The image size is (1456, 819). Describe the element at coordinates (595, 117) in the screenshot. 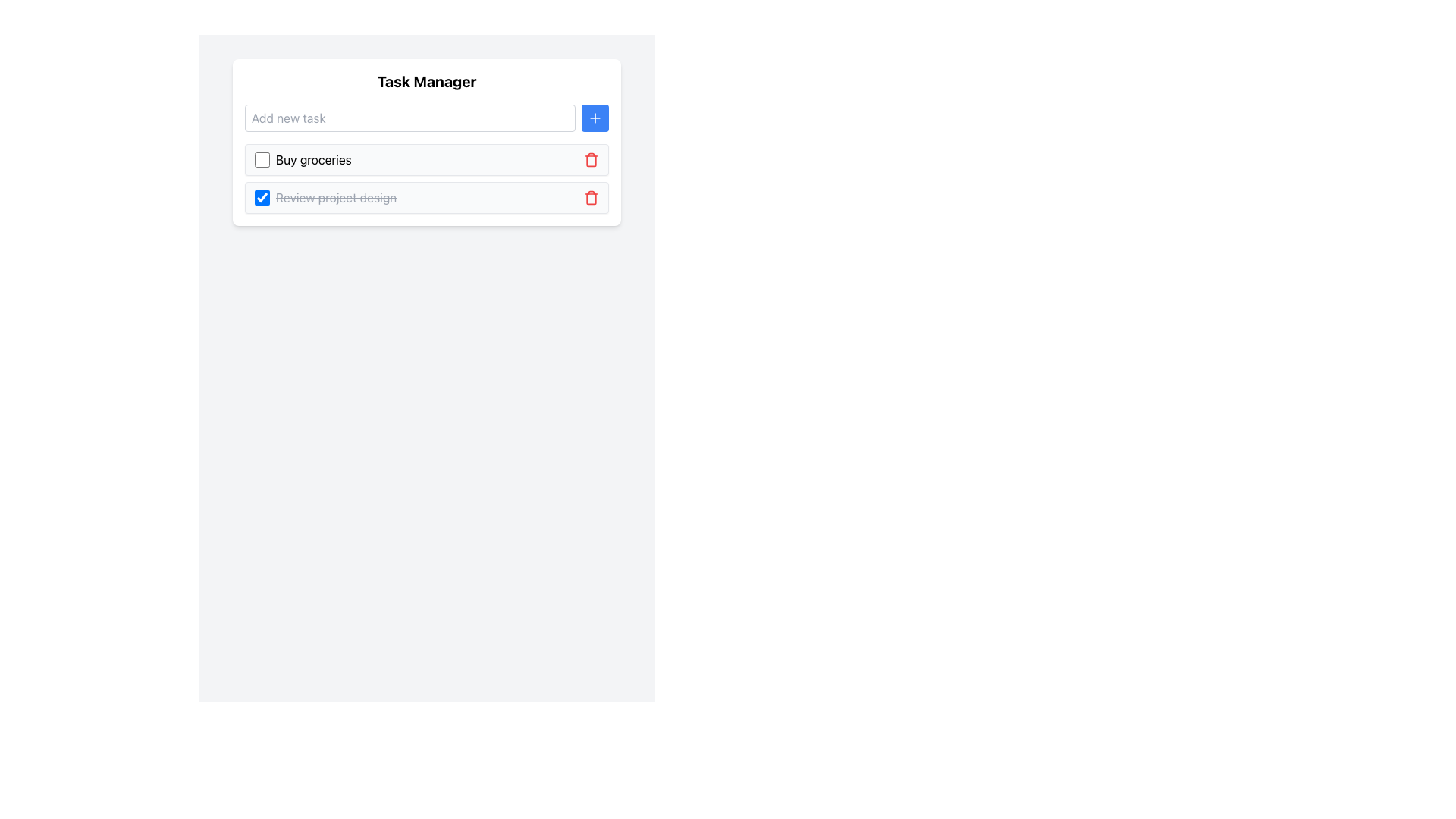

I see `the button located at the right end of the top bar` at that location.